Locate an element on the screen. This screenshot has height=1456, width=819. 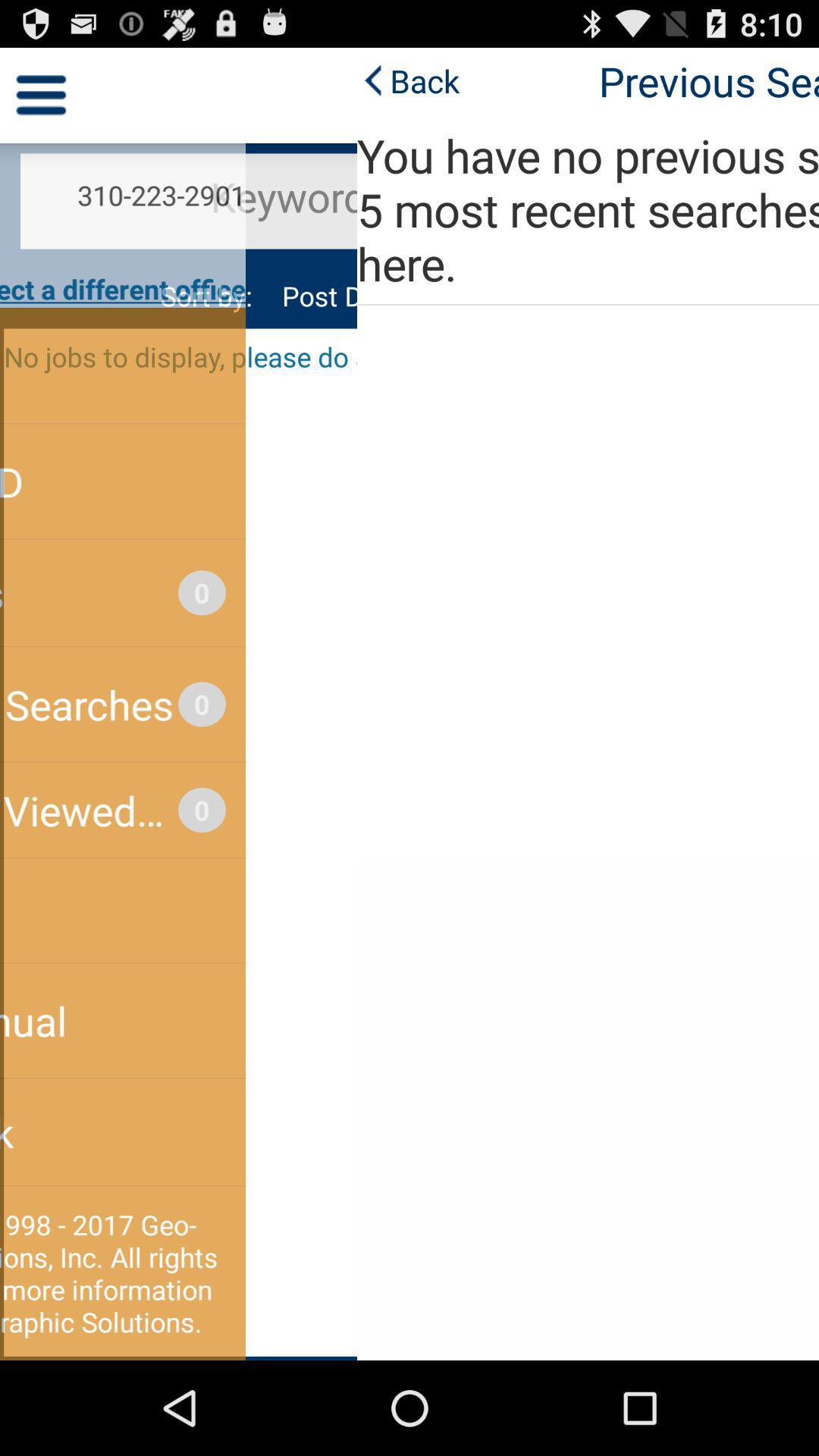
back app is located at coordinates (50, 80).